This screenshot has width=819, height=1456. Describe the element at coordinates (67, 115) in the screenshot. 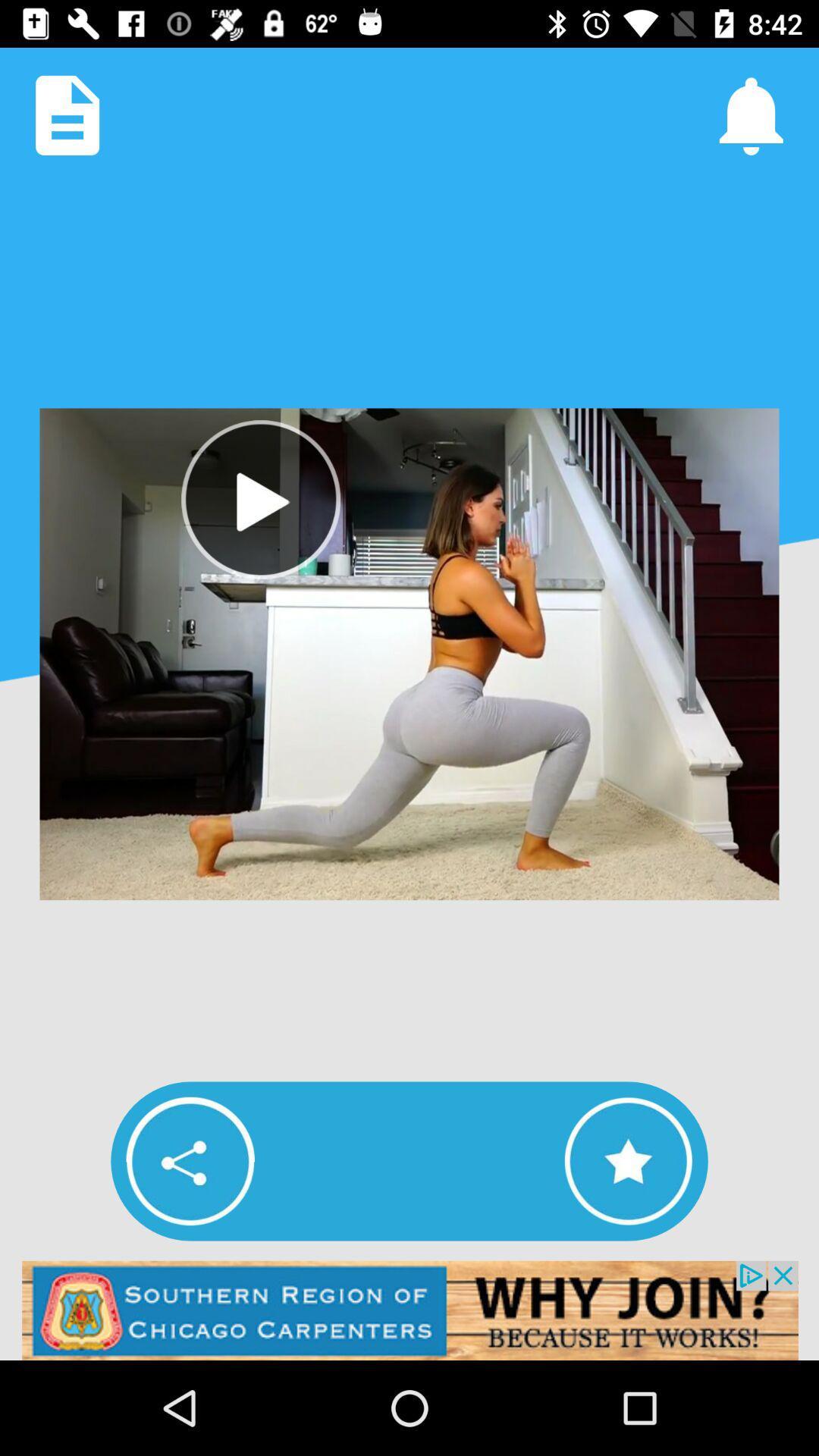

I see `copy page` at that location.